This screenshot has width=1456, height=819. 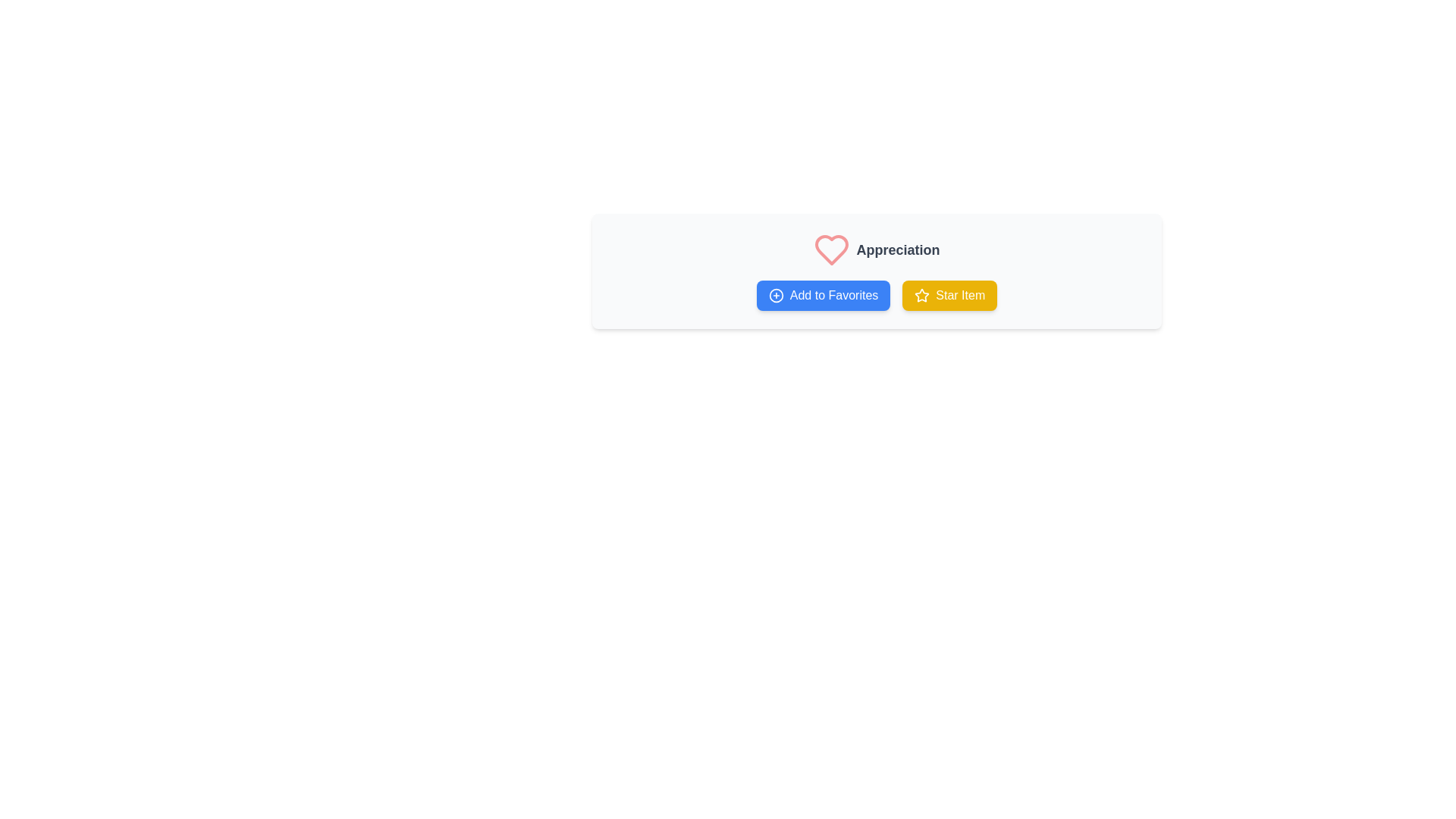 I want to click on the button labeled 'Add to Favorites' which has a blue background, rounded corners, and a white text with a plus sign icon to its left, so click(x=823, y=295).